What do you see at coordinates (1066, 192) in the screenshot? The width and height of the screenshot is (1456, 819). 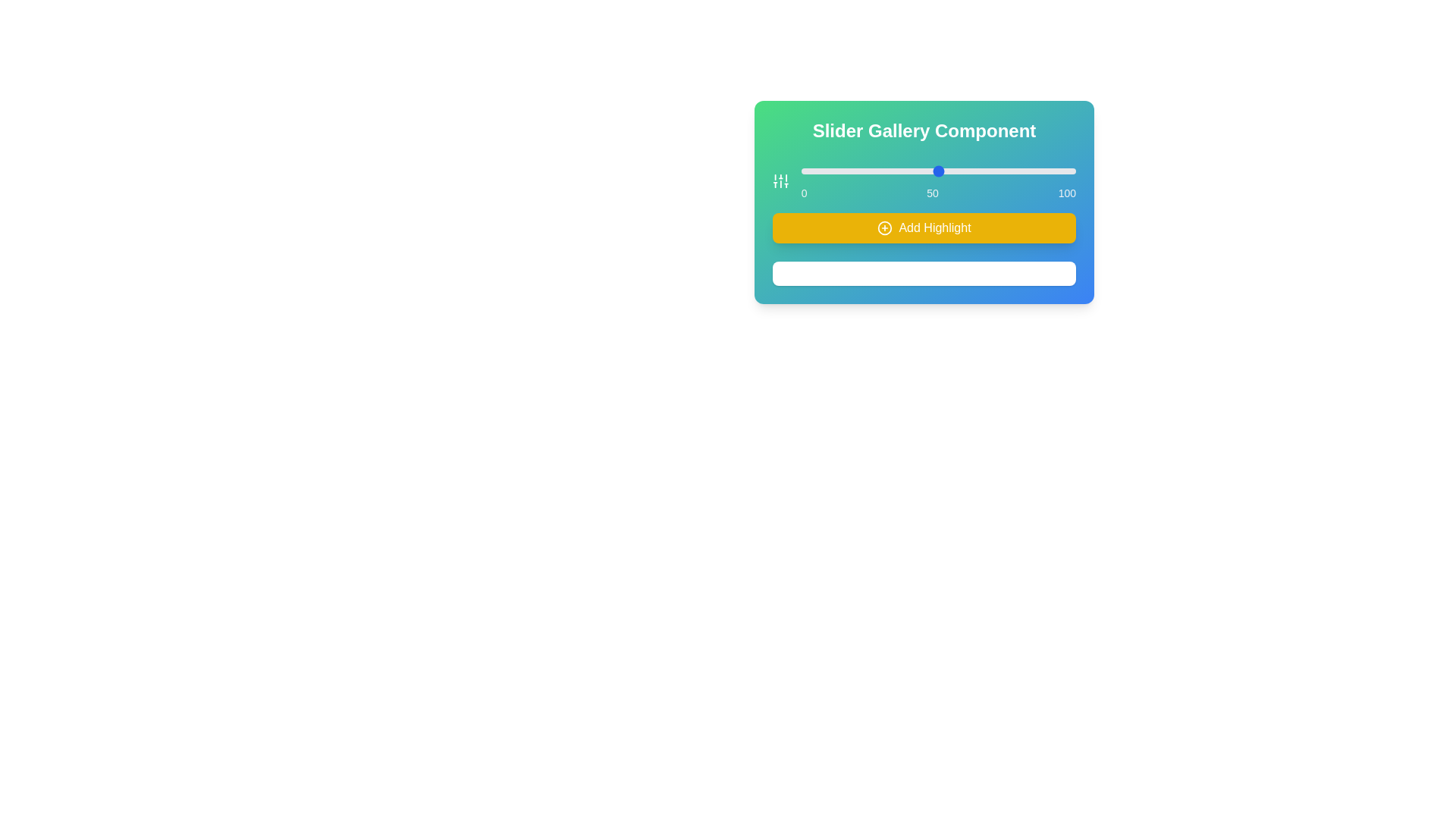 I see `the Static Label displaying the number '100', which is on the far-right end of the row of numbers ('0', '50', '100') with a white font on a blue background` at bounding box center [1066, 192].